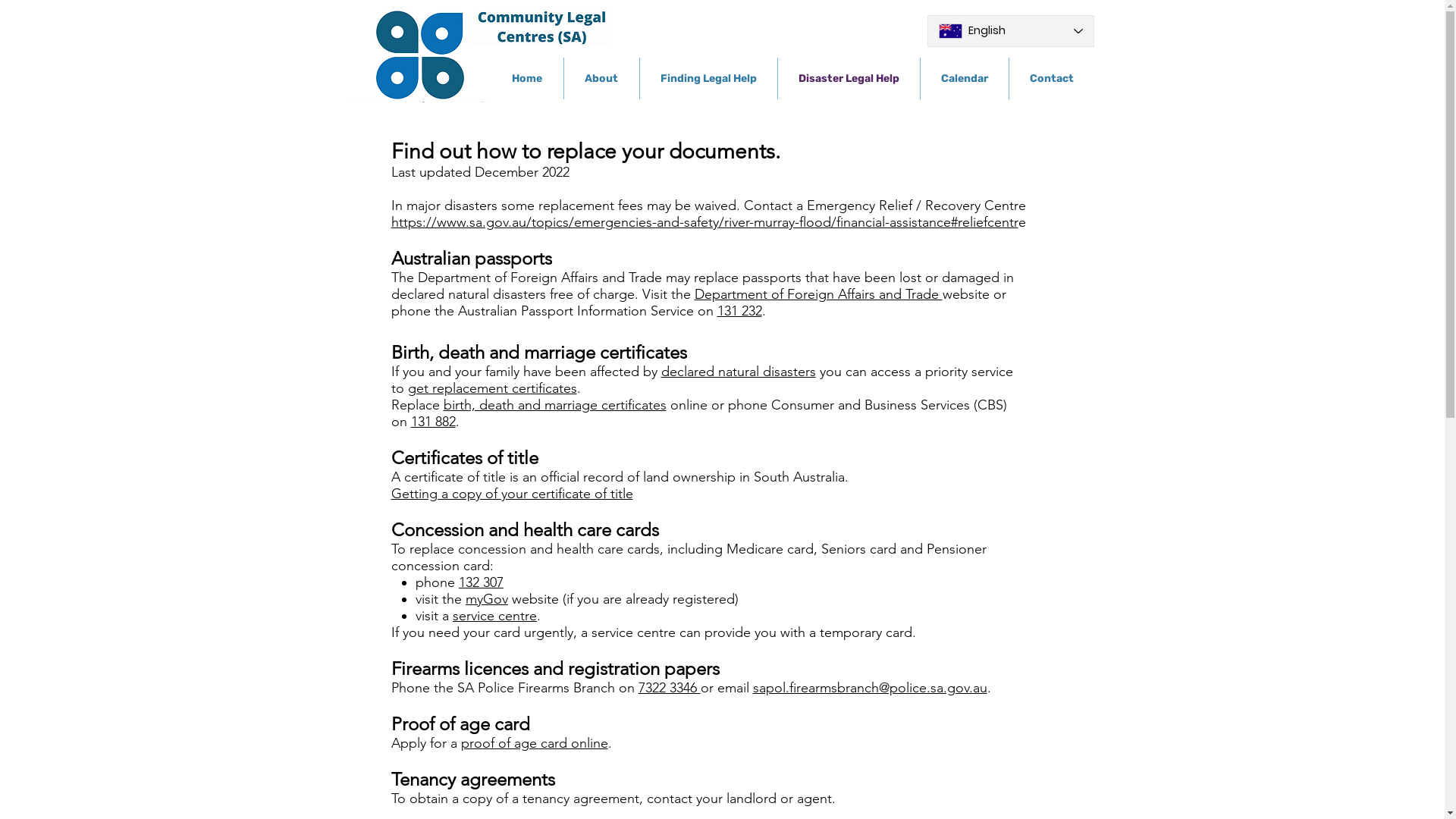 The height and width of the screenshot is (819, 1456). Describe the element at coordinates (553, 403) in the screenshot. I see `'birth, death and marriage certificates'` at that location.